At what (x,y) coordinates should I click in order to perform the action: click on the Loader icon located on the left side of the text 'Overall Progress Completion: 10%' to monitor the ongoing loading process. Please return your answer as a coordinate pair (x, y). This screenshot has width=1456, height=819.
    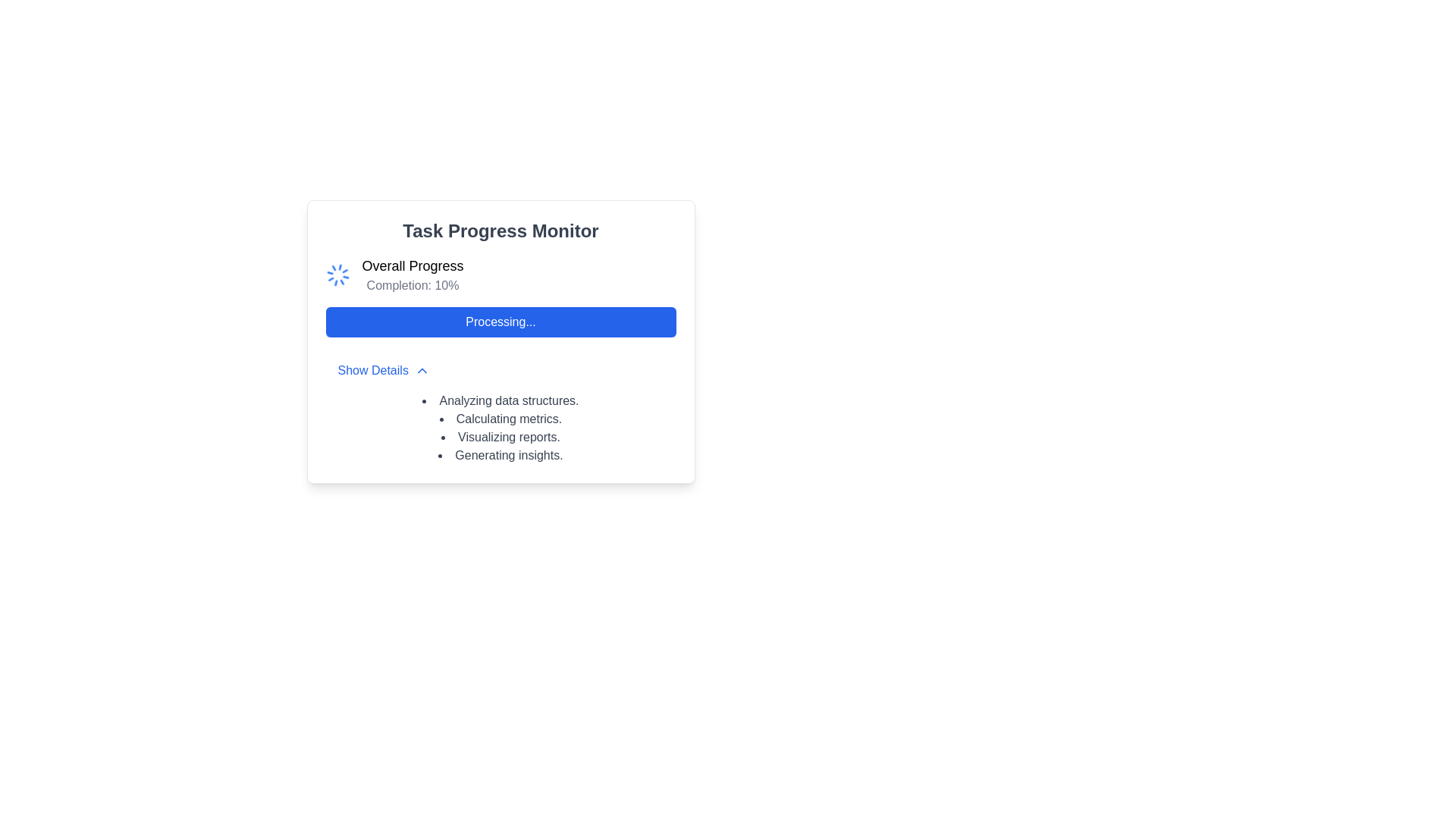
    Looking at the image, I should click on (337, 275).